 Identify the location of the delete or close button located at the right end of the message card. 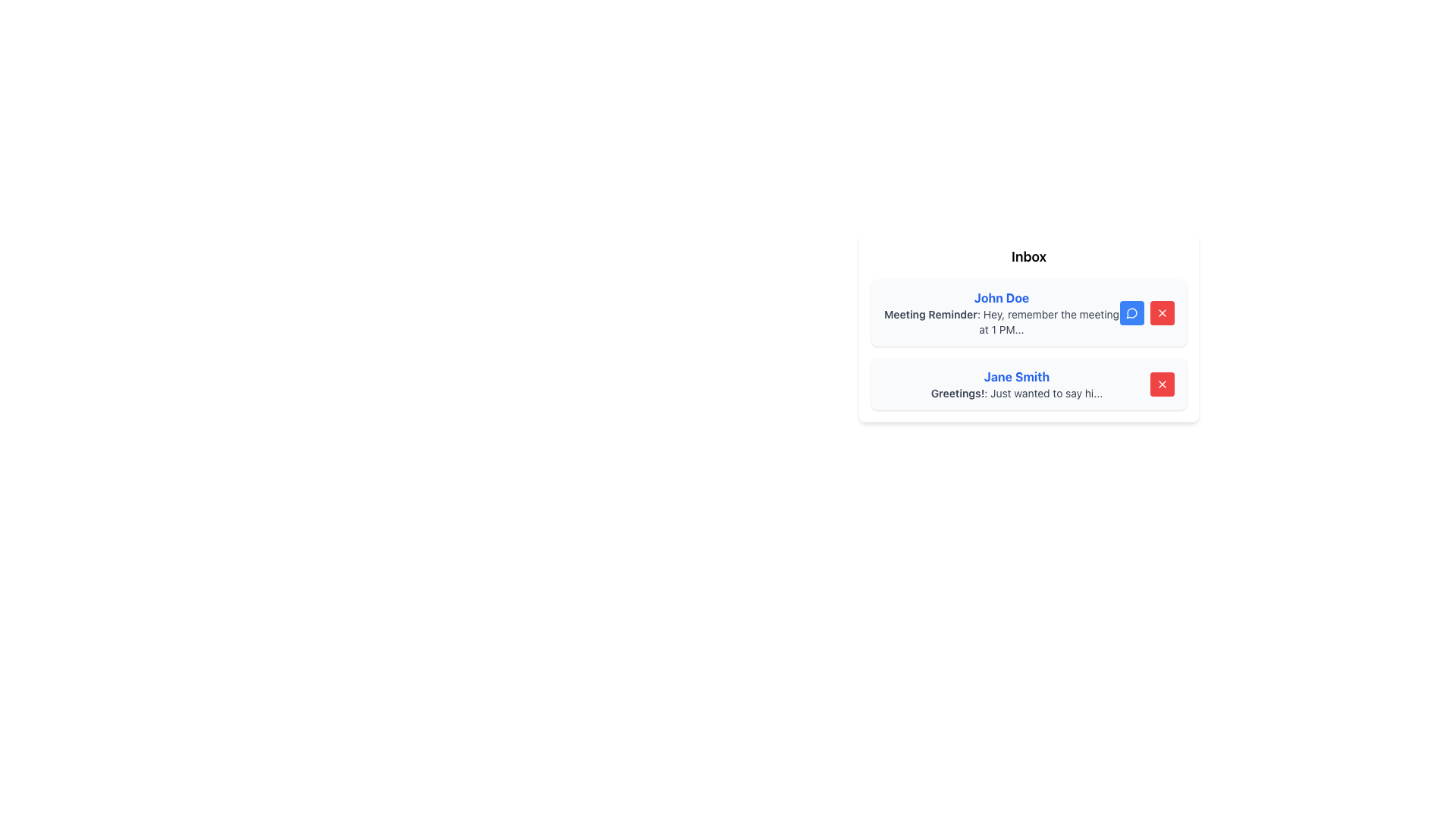
(1161, 312).